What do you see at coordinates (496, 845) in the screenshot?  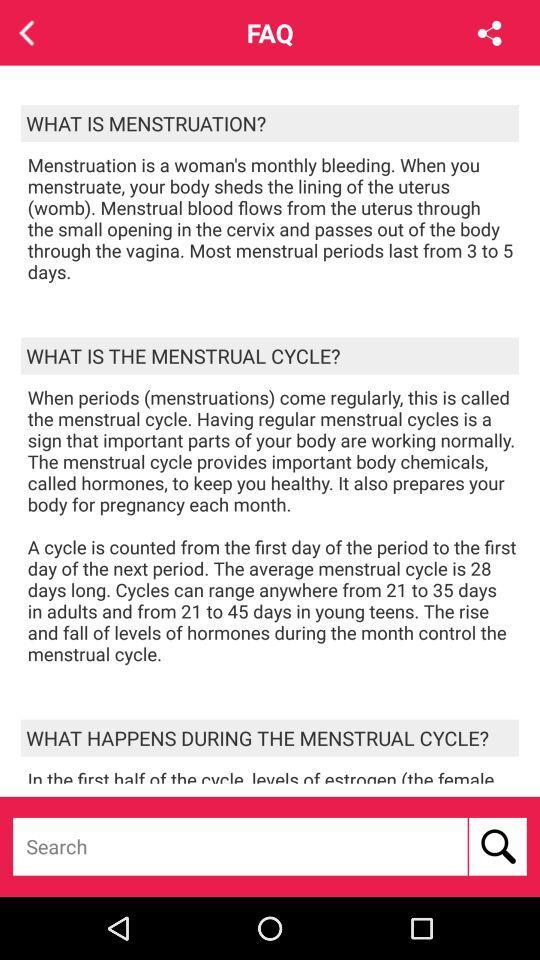 I see `item below in the first` at bounding box center [496, 845].